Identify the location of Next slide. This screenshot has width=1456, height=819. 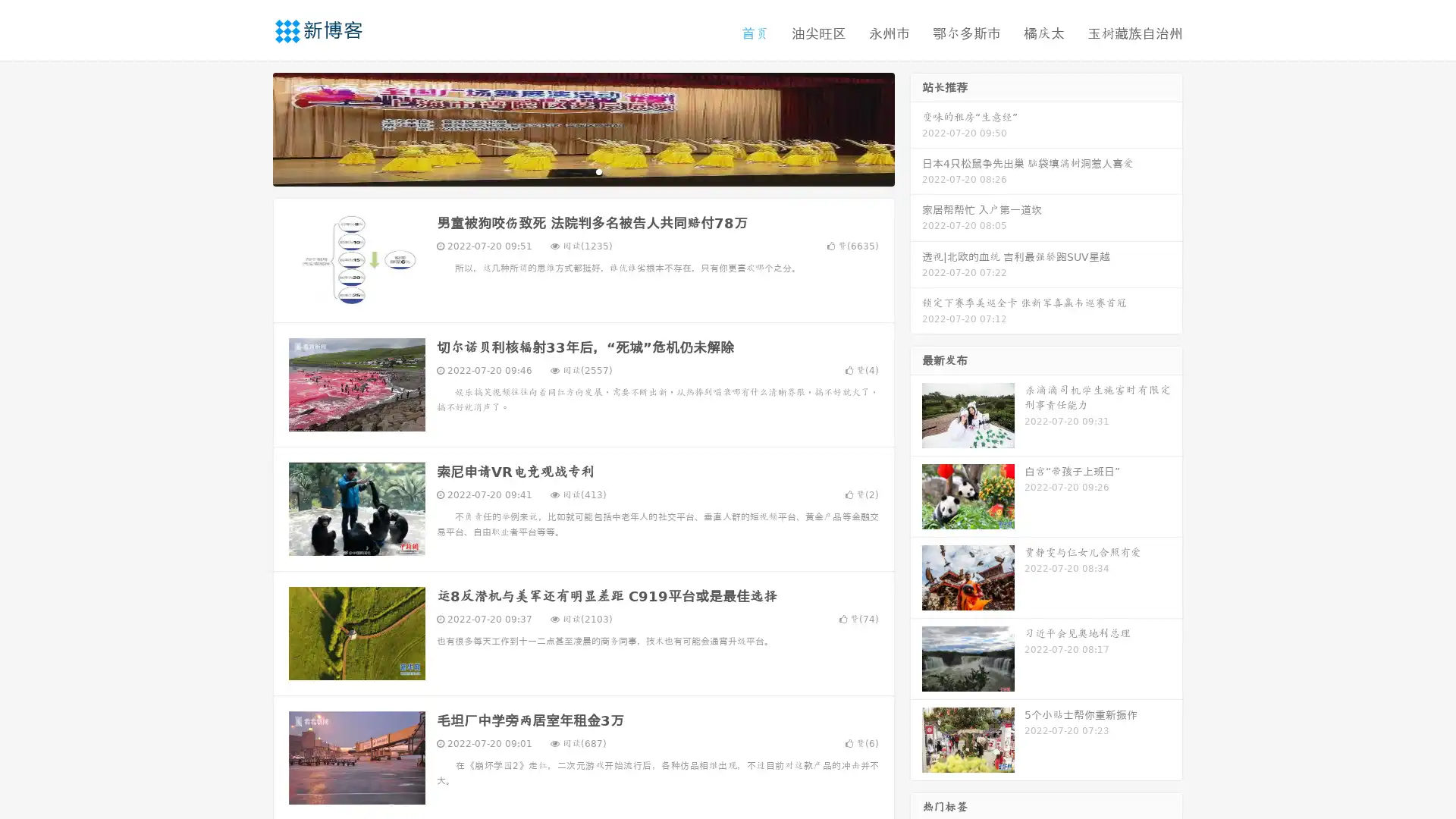
(916, 127).